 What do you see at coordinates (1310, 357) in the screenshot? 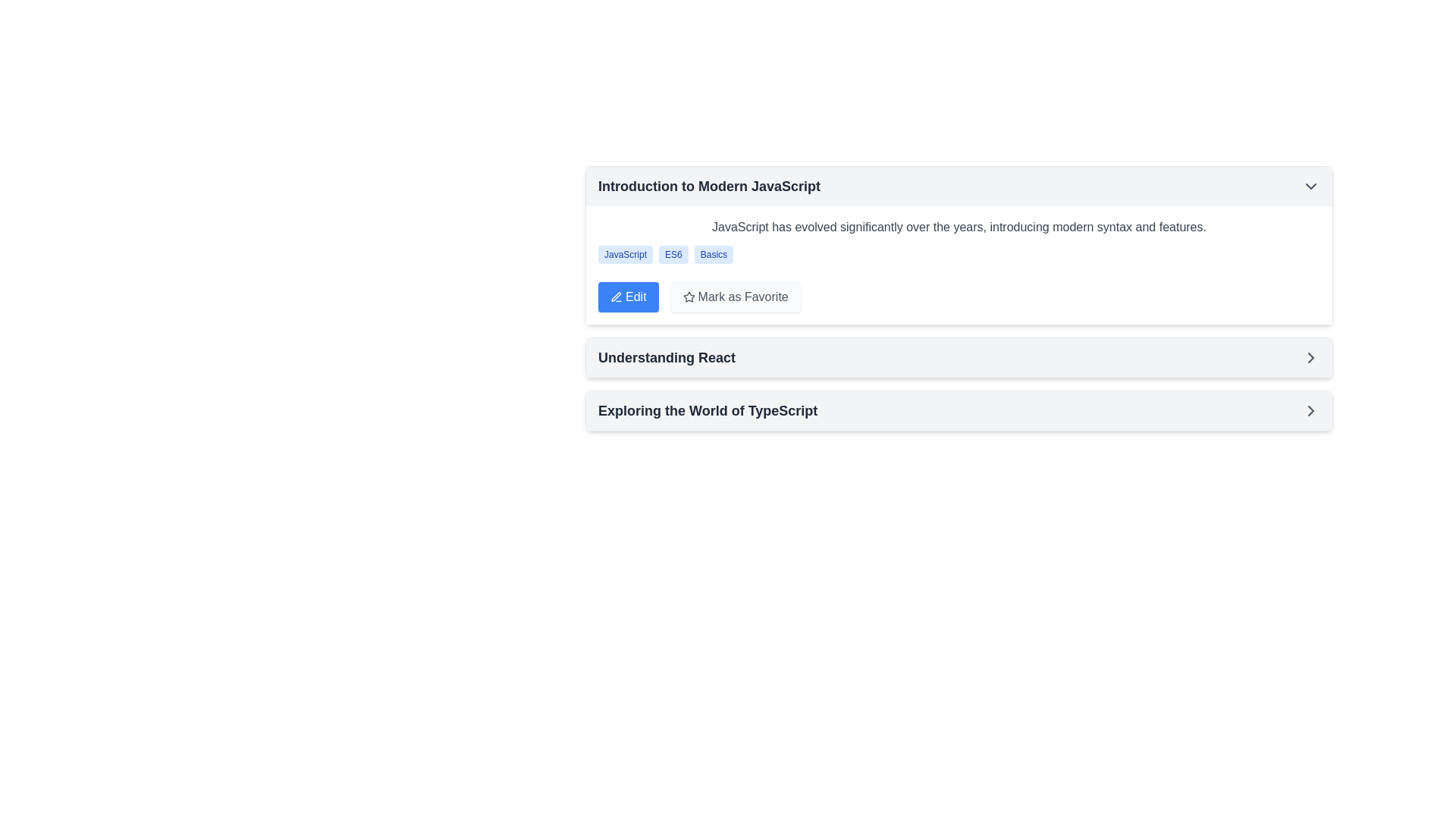
I see `the chevron-shaped button icon located on the right edge of the 'Exploring the World of TypeScript' interactive block` at bounding box center [1310, 357].